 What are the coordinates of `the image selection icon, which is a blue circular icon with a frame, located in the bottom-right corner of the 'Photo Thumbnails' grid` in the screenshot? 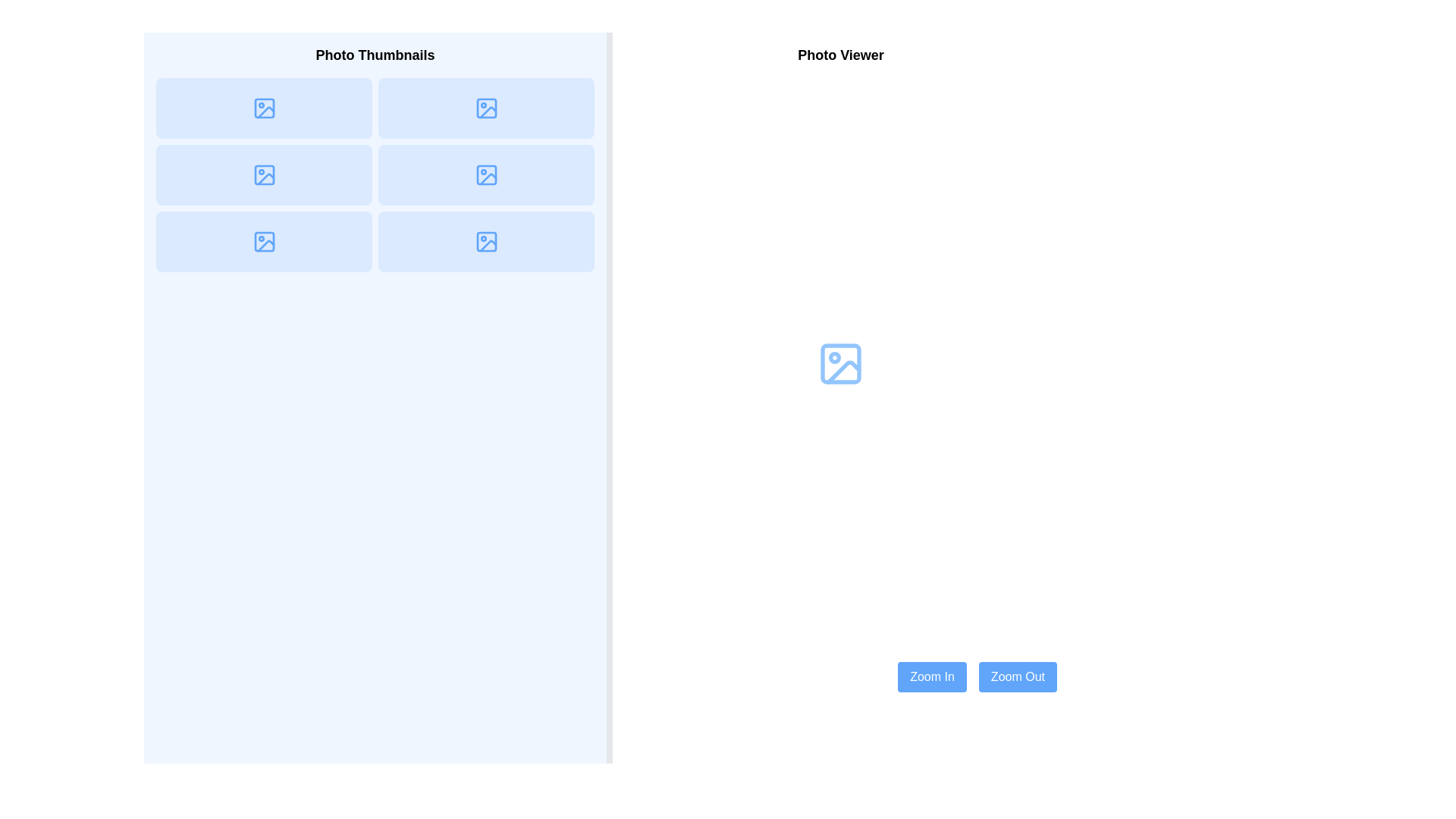 It's located at (486, 241).